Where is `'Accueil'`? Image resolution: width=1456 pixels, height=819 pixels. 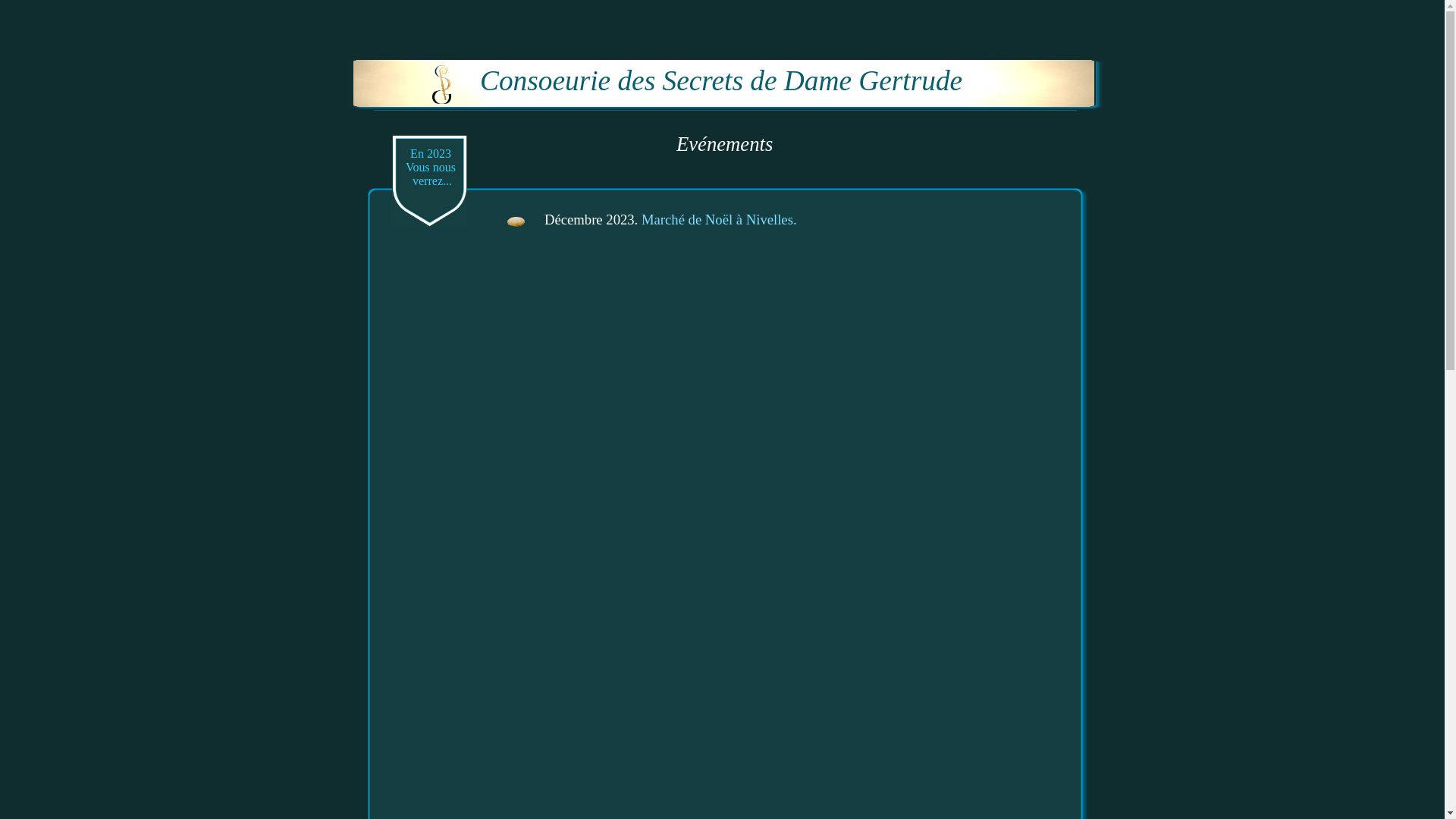
'Accueil' is located at coordinates (441, 84).